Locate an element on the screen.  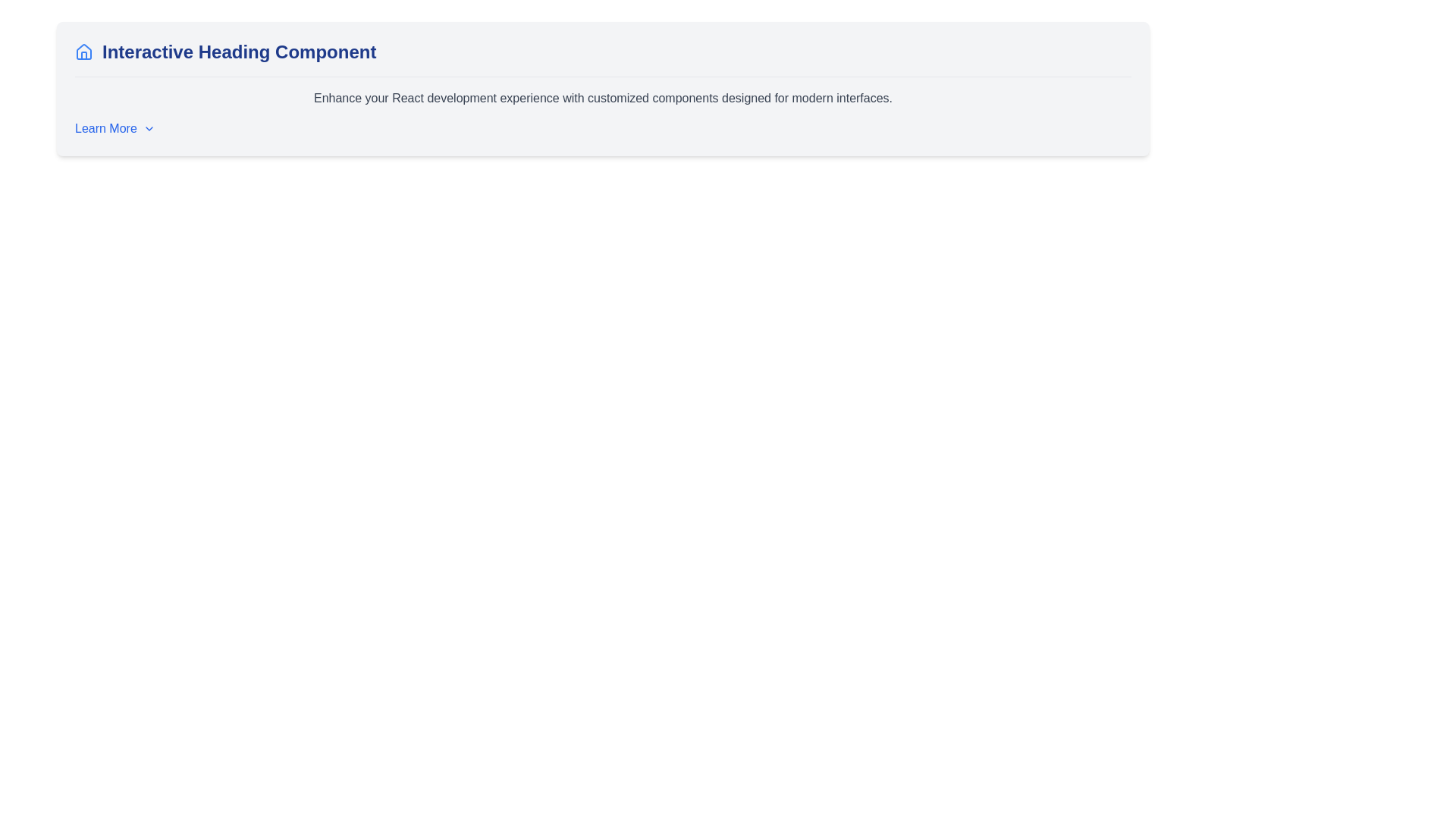
the door element of the house icon, which is represented by a vertical rectangular shape in the lower central part of the SVG icon is located at coordinates (83, 55).